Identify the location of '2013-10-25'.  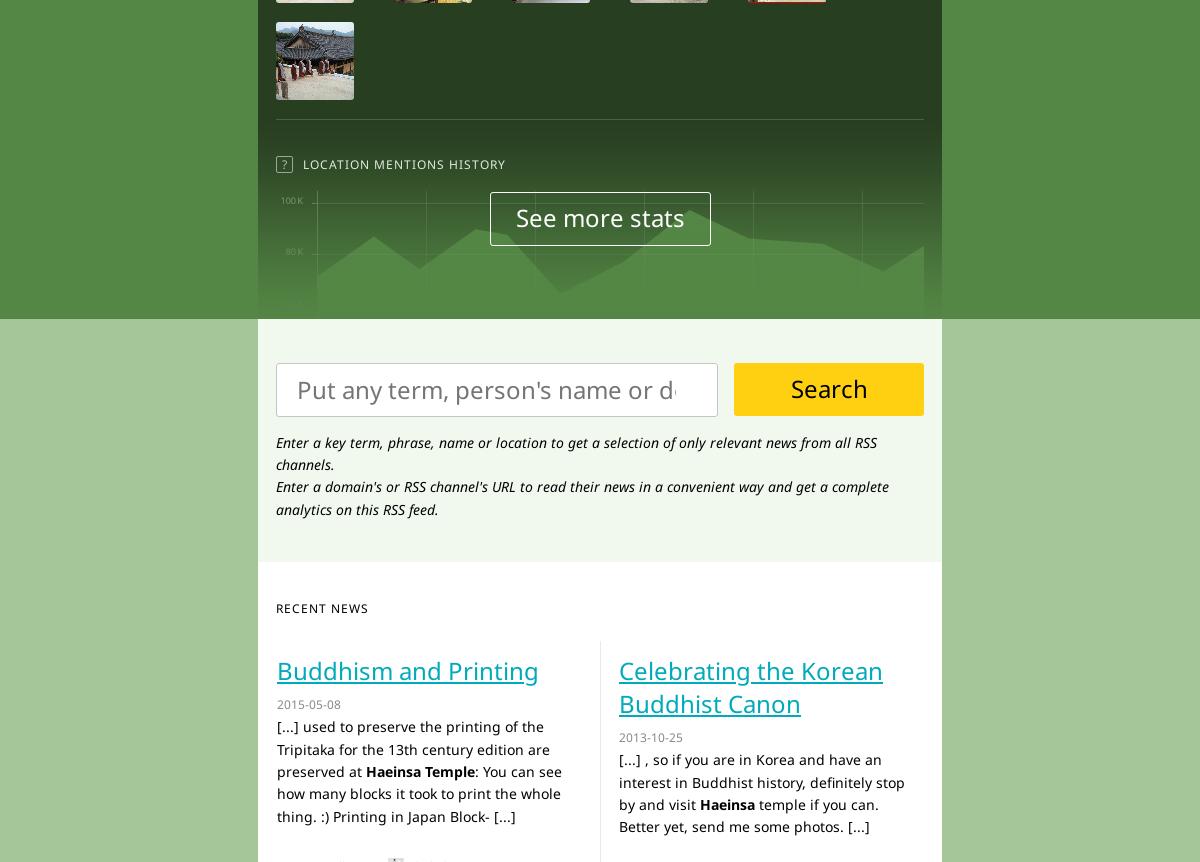
(651, 737).